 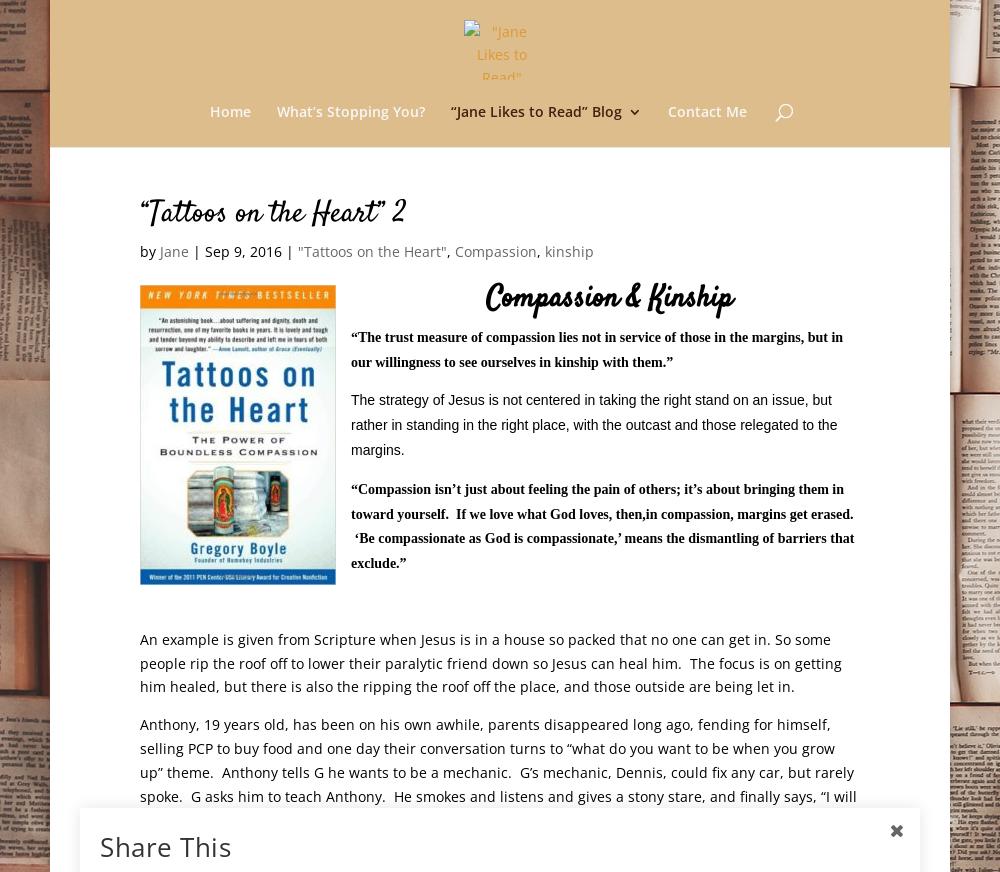 I want to click on 'Compassion & Kinship', so click(x=608, y=297).